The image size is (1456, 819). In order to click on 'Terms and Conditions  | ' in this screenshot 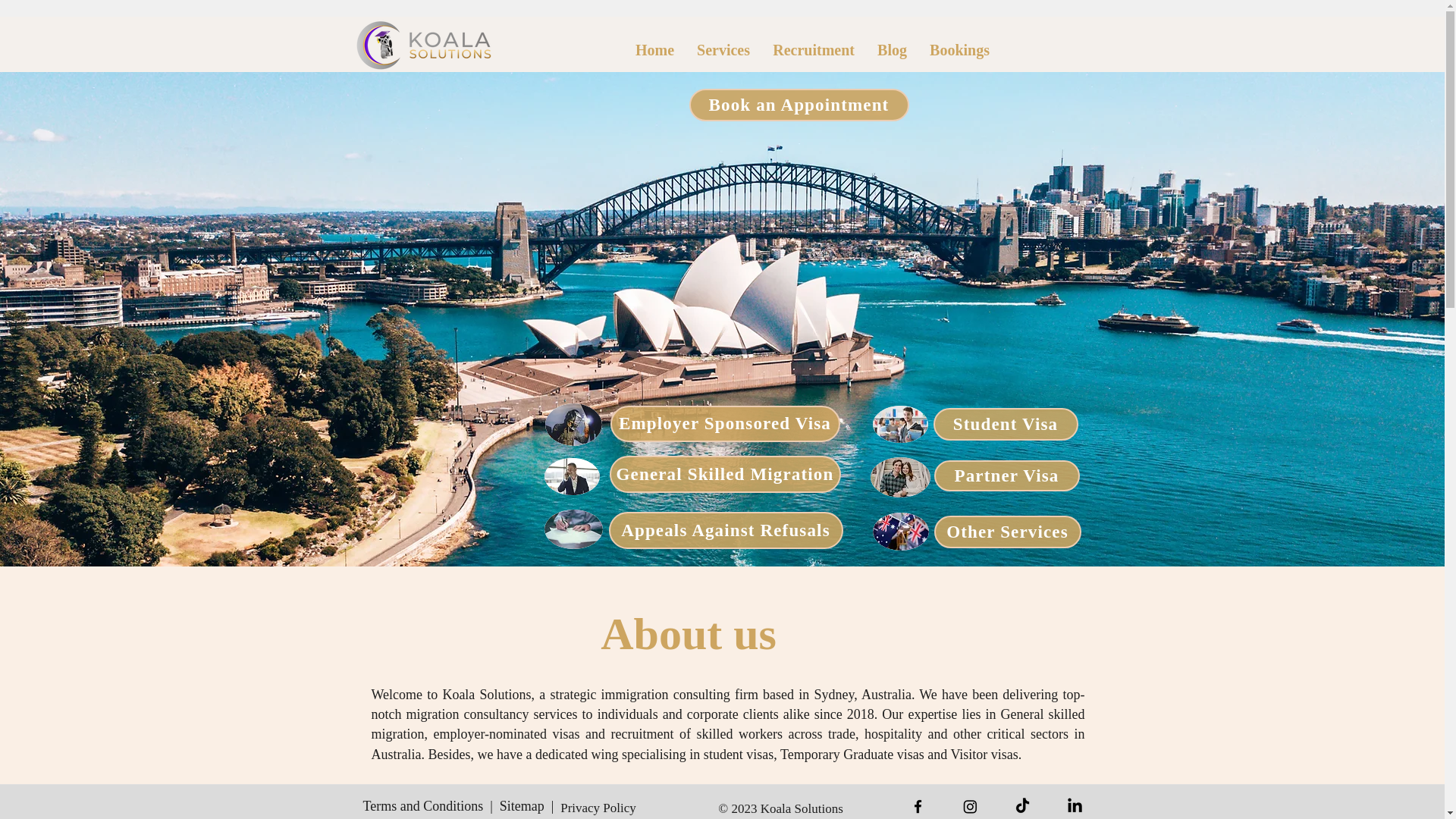, I will do `click(431, 805)`.